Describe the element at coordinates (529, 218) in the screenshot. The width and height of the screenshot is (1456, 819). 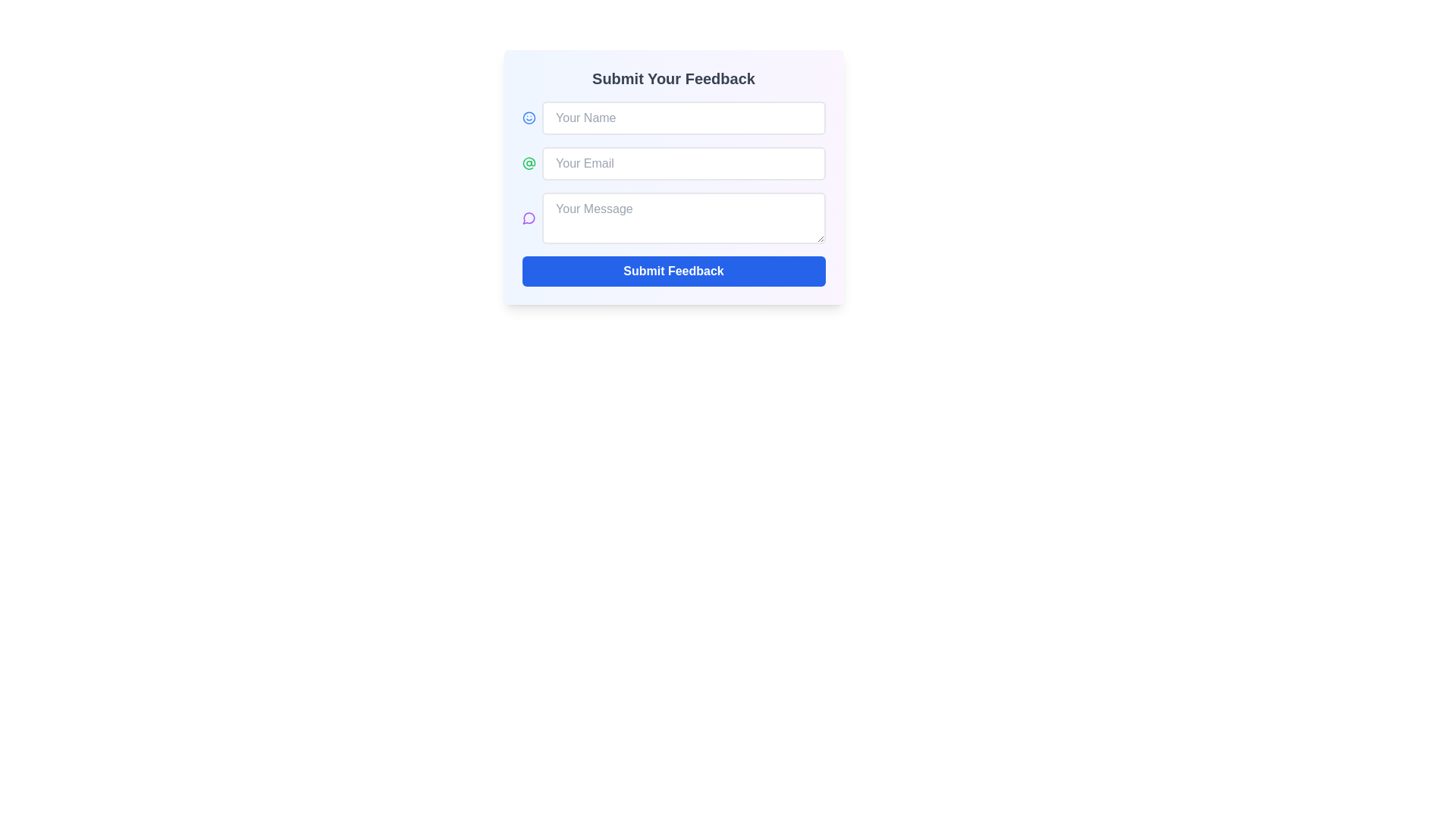
I see `the circular icon resembling a speech bubble with a purple outline, located to the left of the 'Your Message' input field in the 'Submit Your Feedback' form` at that location.